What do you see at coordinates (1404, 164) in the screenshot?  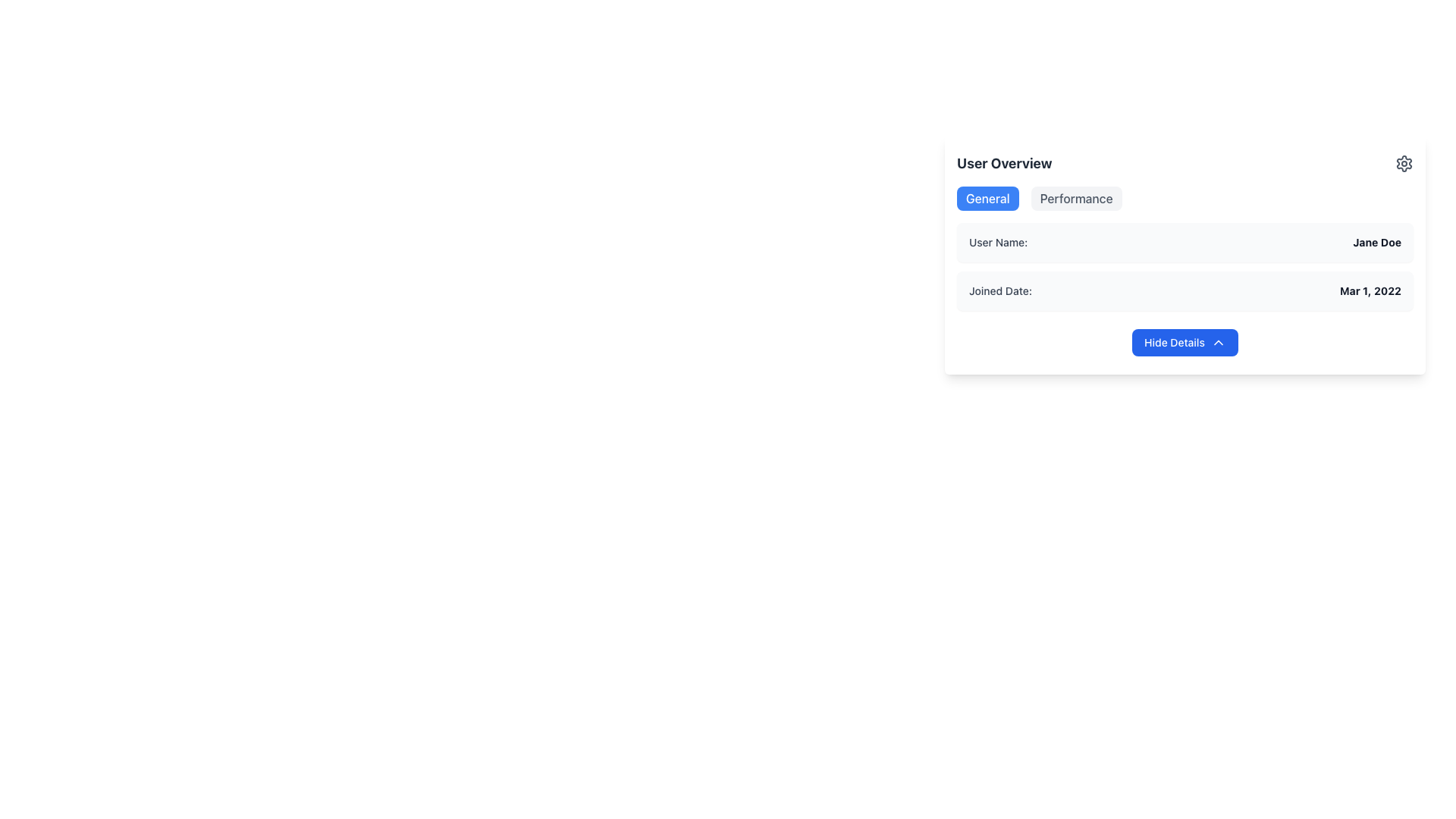 I see `the gear-shaped settings icon located at the top-right corner of the content panel` at bounding box center [1404, 164].